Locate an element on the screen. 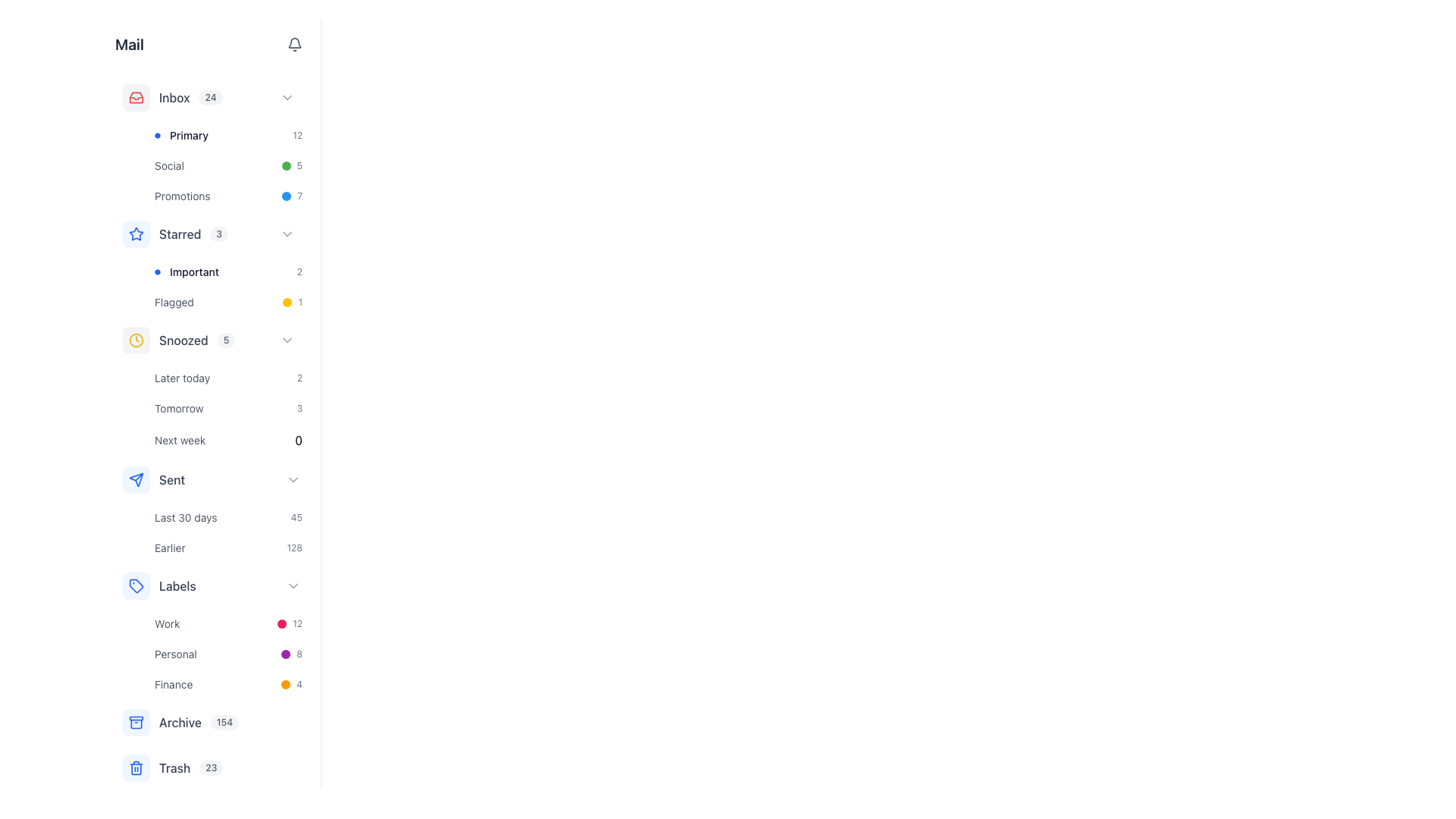 The image size is (1456, 819). the text label 'Personal' which is styled in a smaller font size and subtle gray color, located under the 'Labels' section, below the 'Work' label is located at coordinates (175, 654).